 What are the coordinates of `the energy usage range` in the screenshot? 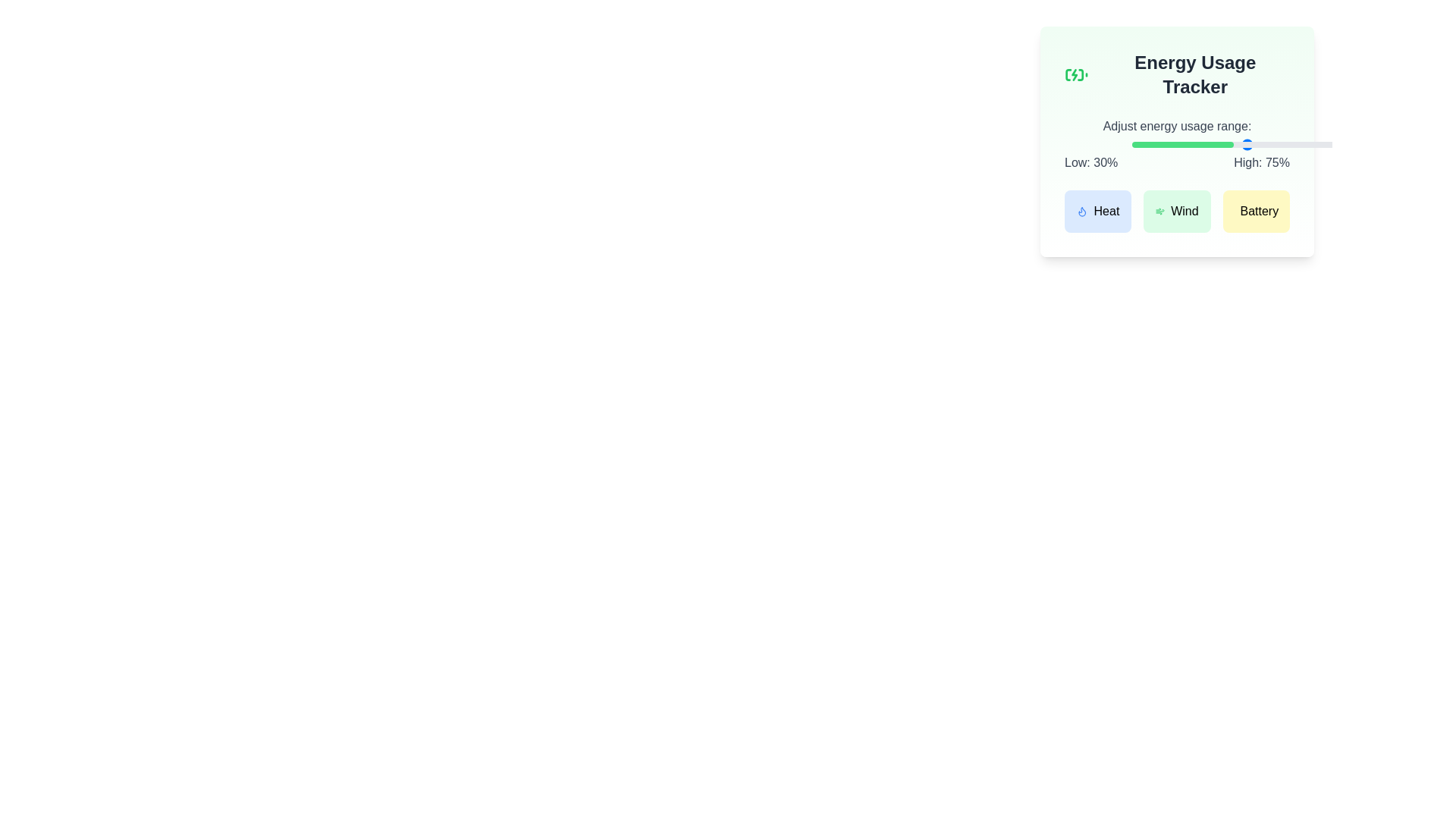 It's located at (1361, 145).